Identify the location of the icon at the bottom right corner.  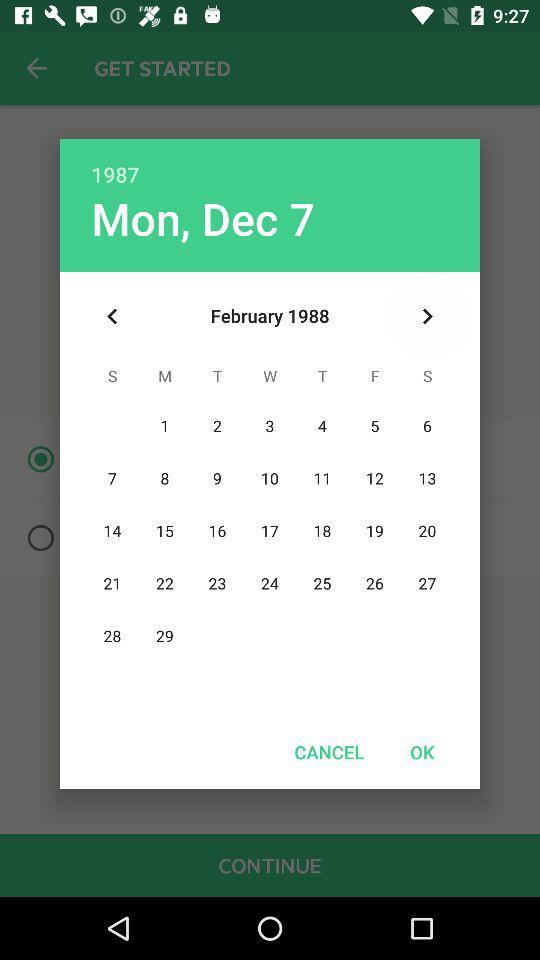
(421, 751).